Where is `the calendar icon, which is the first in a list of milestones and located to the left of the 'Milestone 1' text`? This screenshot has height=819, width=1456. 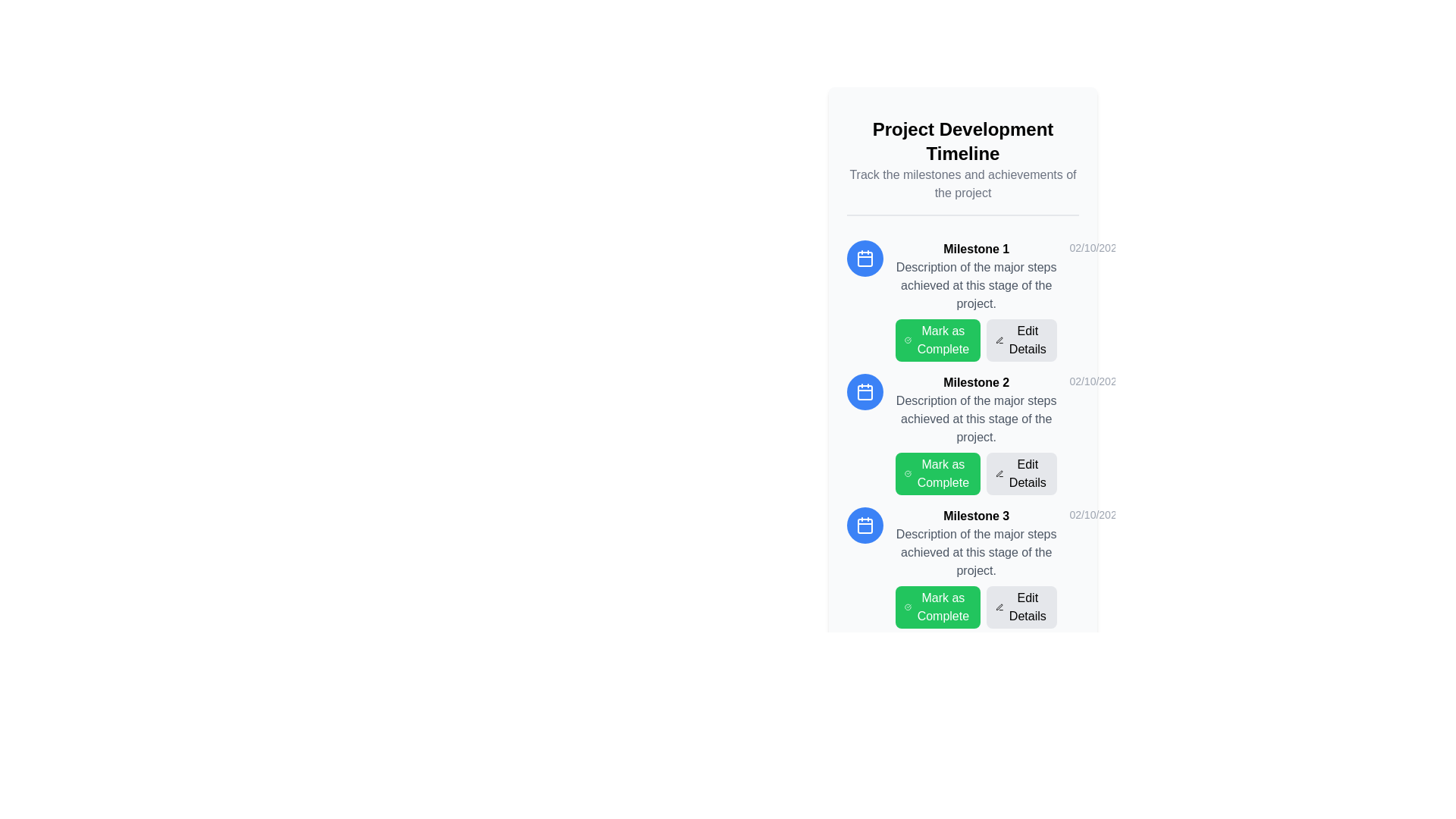
the calendar icon, which is the first in a list of milestones and located to the left of the 'Milestone 1' text is located at coordinates (865, 257).